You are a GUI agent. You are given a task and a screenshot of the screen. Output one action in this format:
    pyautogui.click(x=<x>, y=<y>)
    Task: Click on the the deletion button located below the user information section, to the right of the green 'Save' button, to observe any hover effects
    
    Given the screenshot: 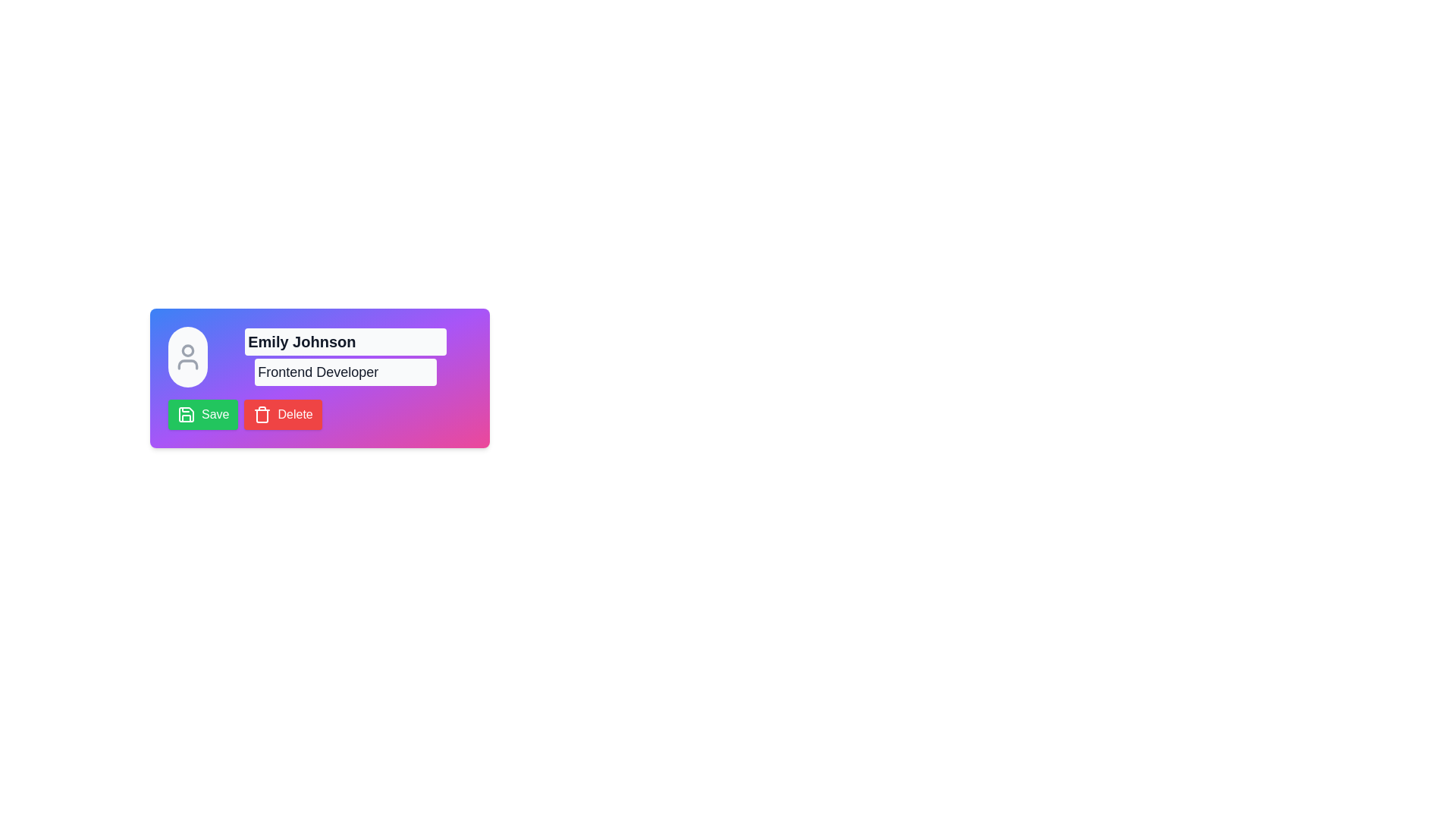 What is the action you would take?
    pyautogui.click(x=283, y=415)
    